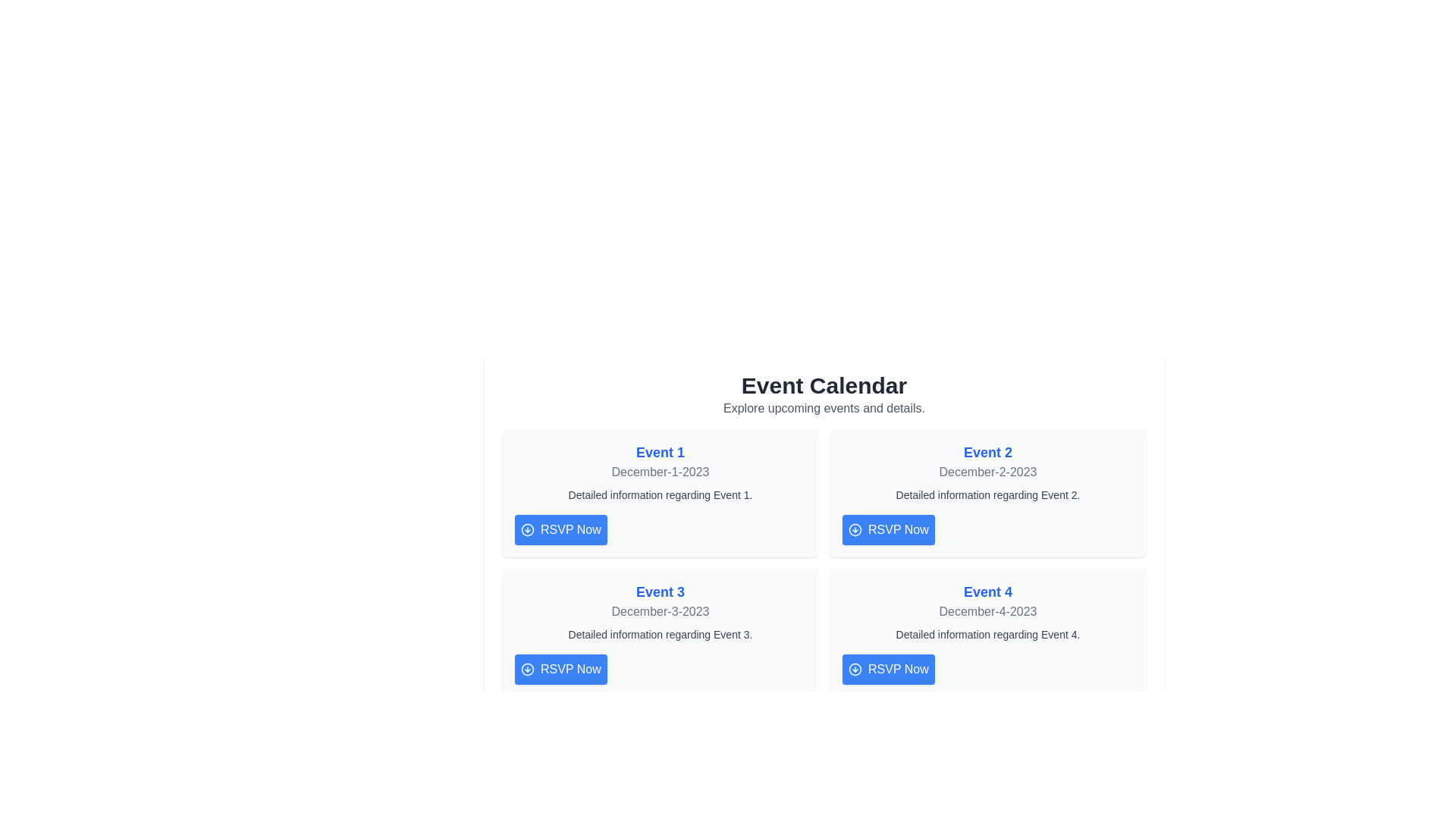  Describe the element at coordinates (987, 635) in the screenshot. I see `informational text about 'Event 4', which is located below the title and date, and above the RSVP button` at that location.